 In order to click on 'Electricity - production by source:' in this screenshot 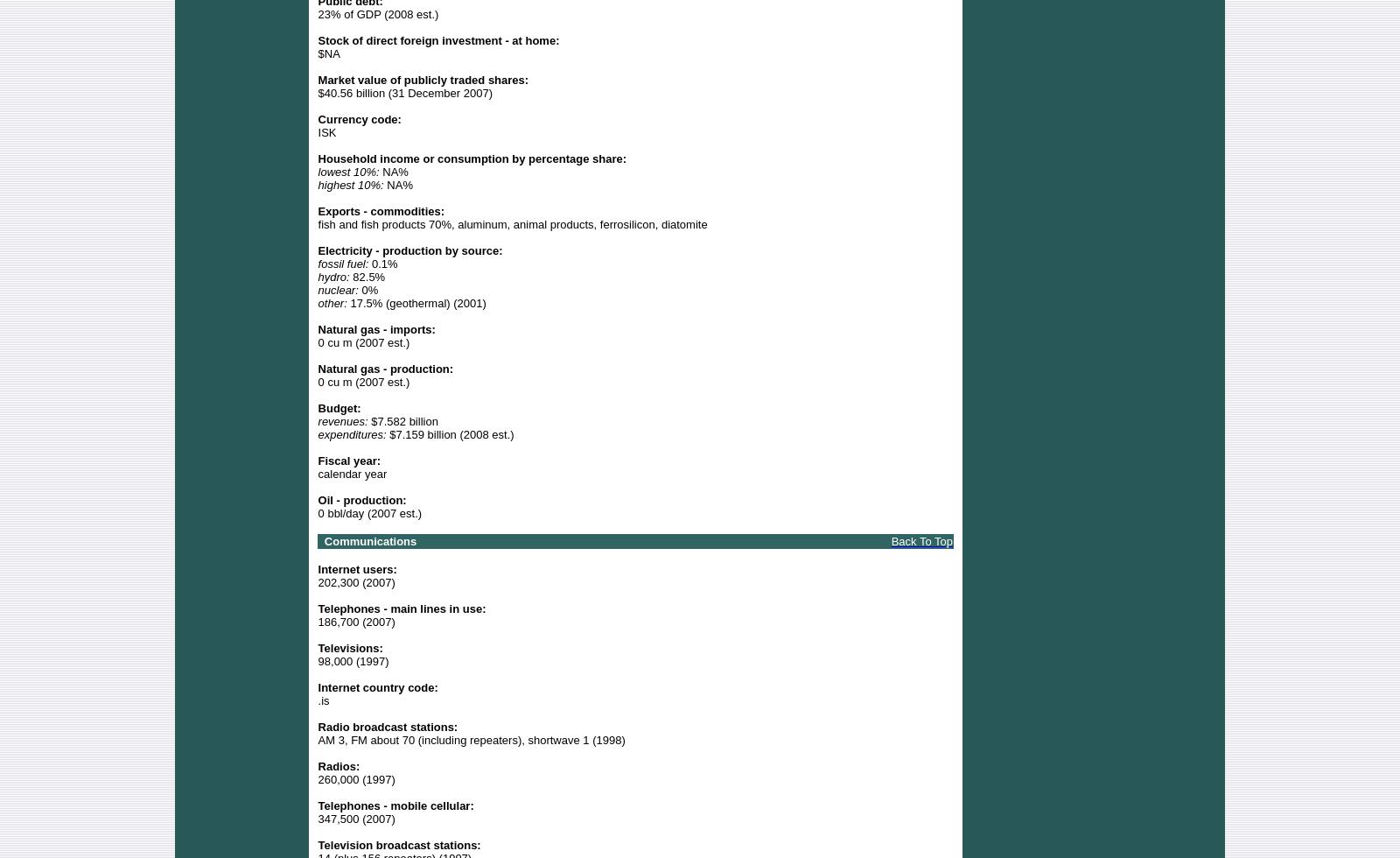, I will do `click(409, 250)`.